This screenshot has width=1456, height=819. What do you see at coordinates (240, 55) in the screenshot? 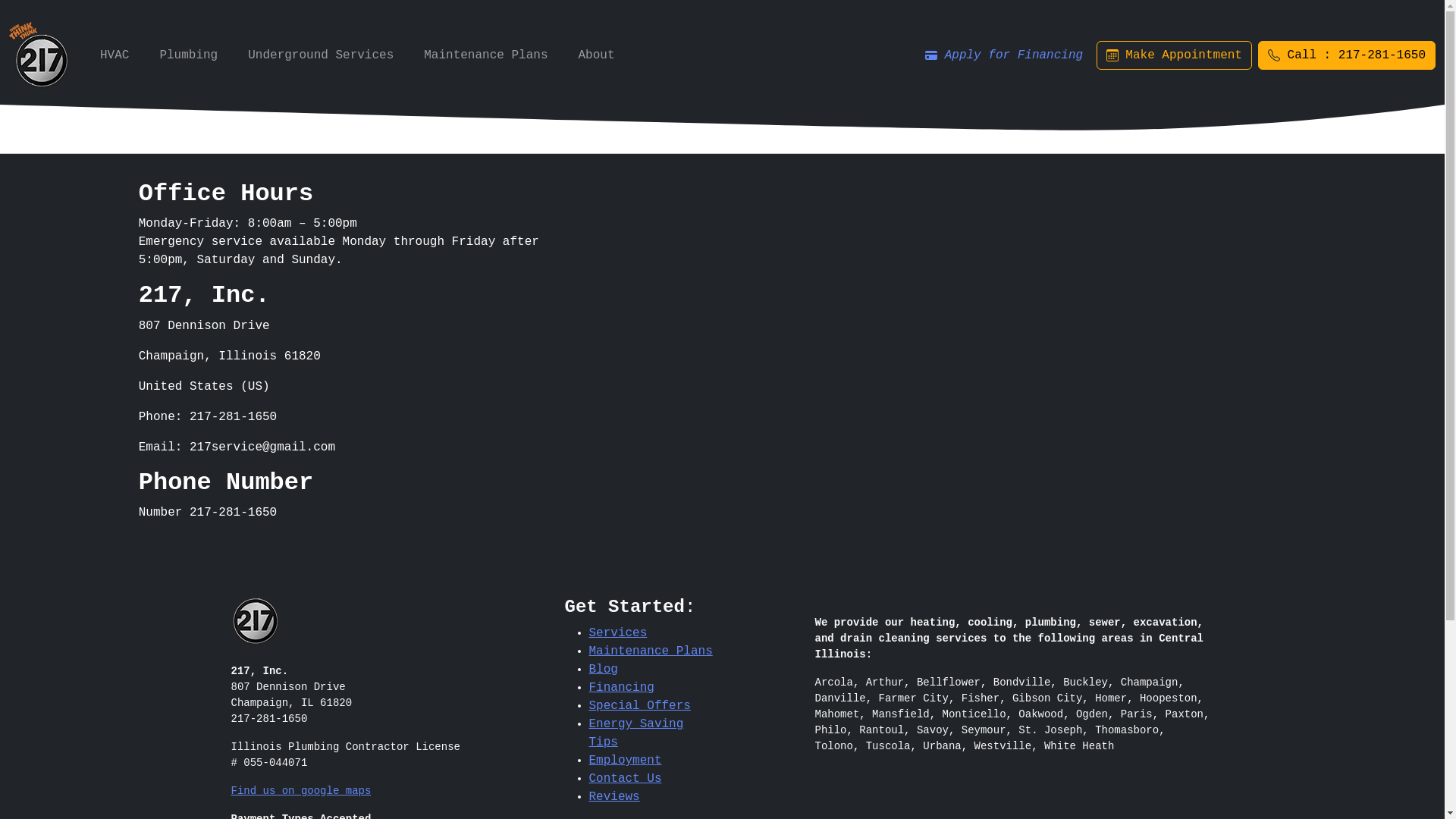
I see `'Underground Services'` at bounding box center [240, 55].